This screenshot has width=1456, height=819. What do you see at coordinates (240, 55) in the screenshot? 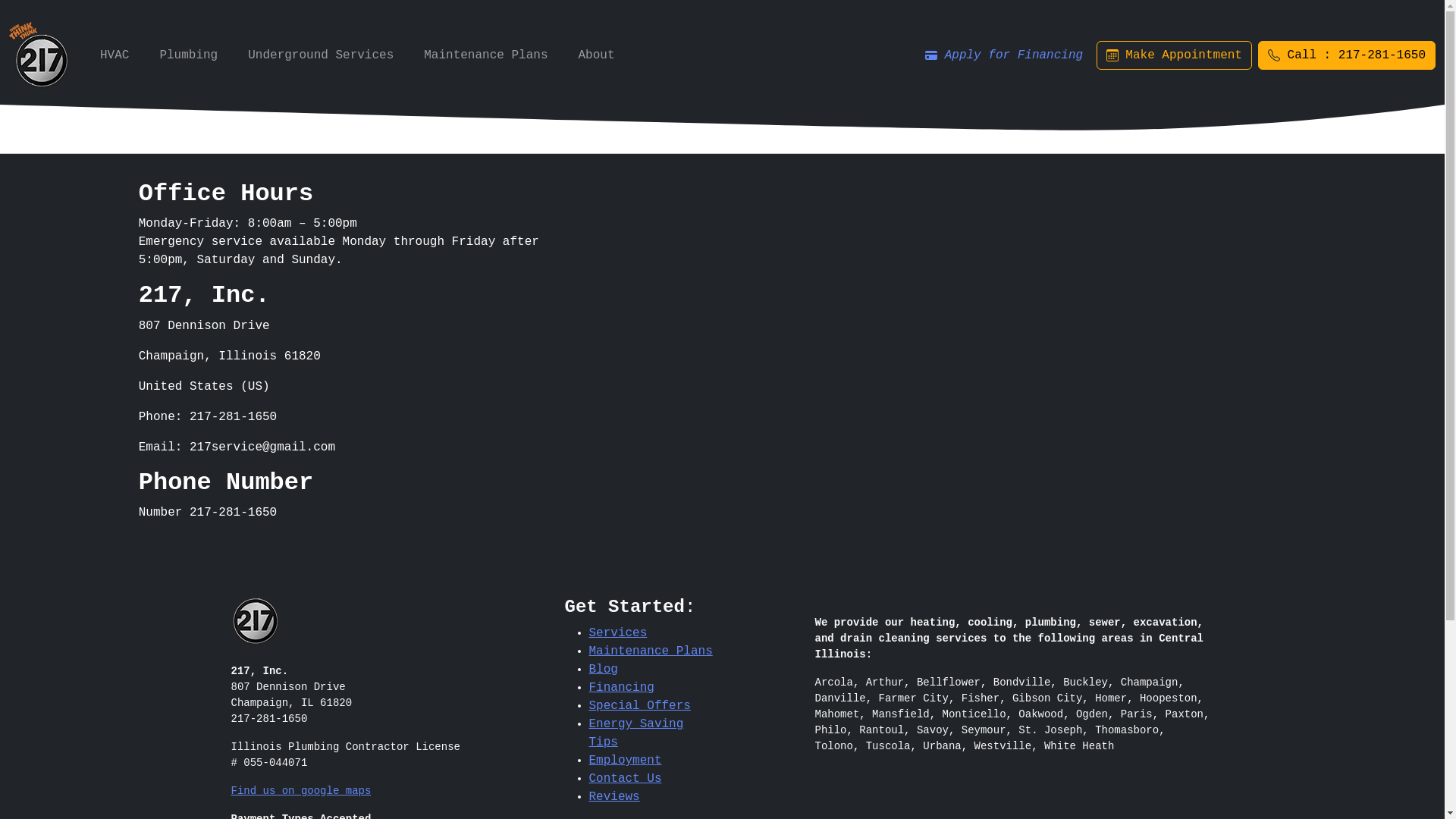
I see `'Underground Services'` at bounding box center [240, 55].